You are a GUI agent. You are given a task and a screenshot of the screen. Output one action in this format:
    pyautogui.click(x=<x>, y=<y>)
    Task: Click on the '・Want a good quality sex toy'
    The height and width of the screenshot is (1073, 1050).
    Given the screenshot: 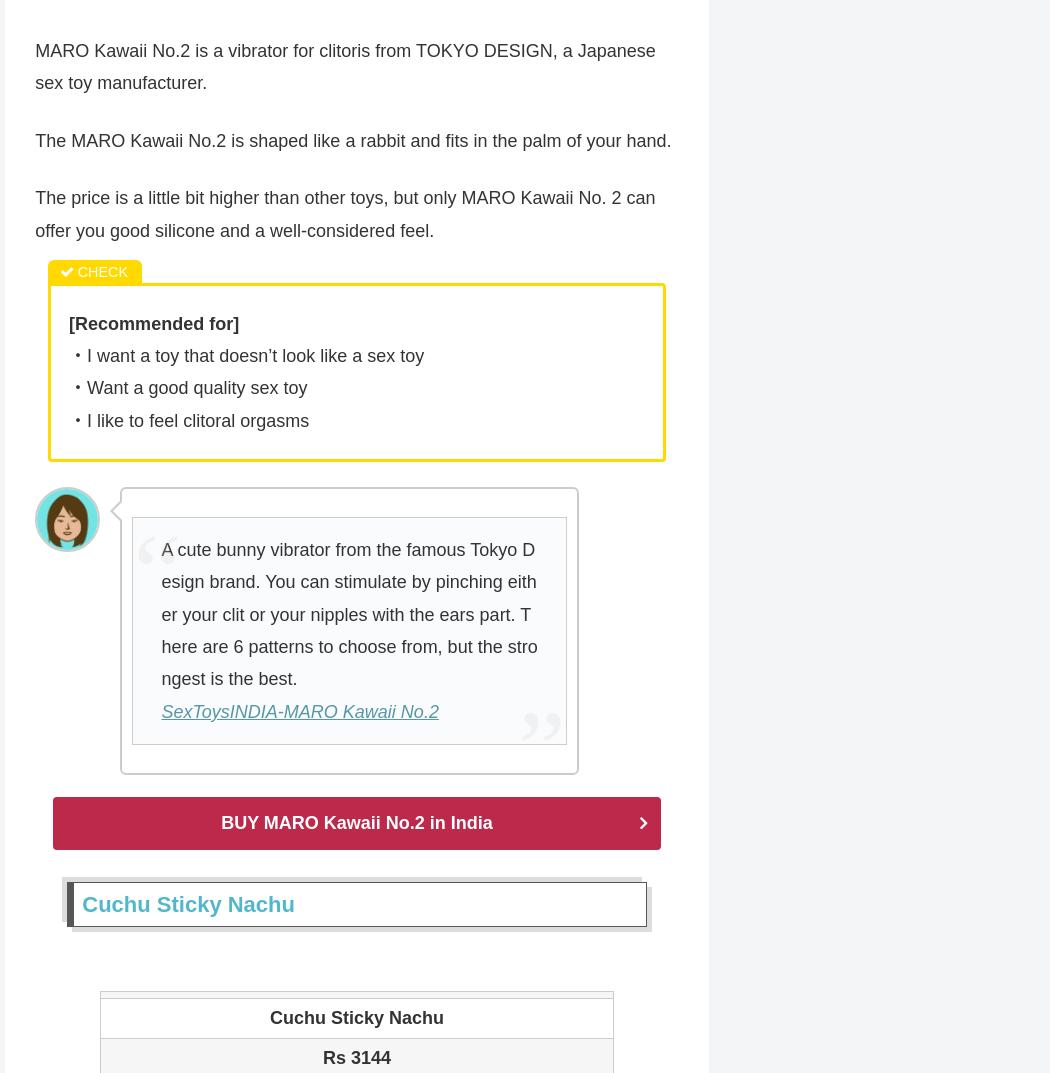 What is the action you would take?
    pyautogui.click(x=187, y=389)
    